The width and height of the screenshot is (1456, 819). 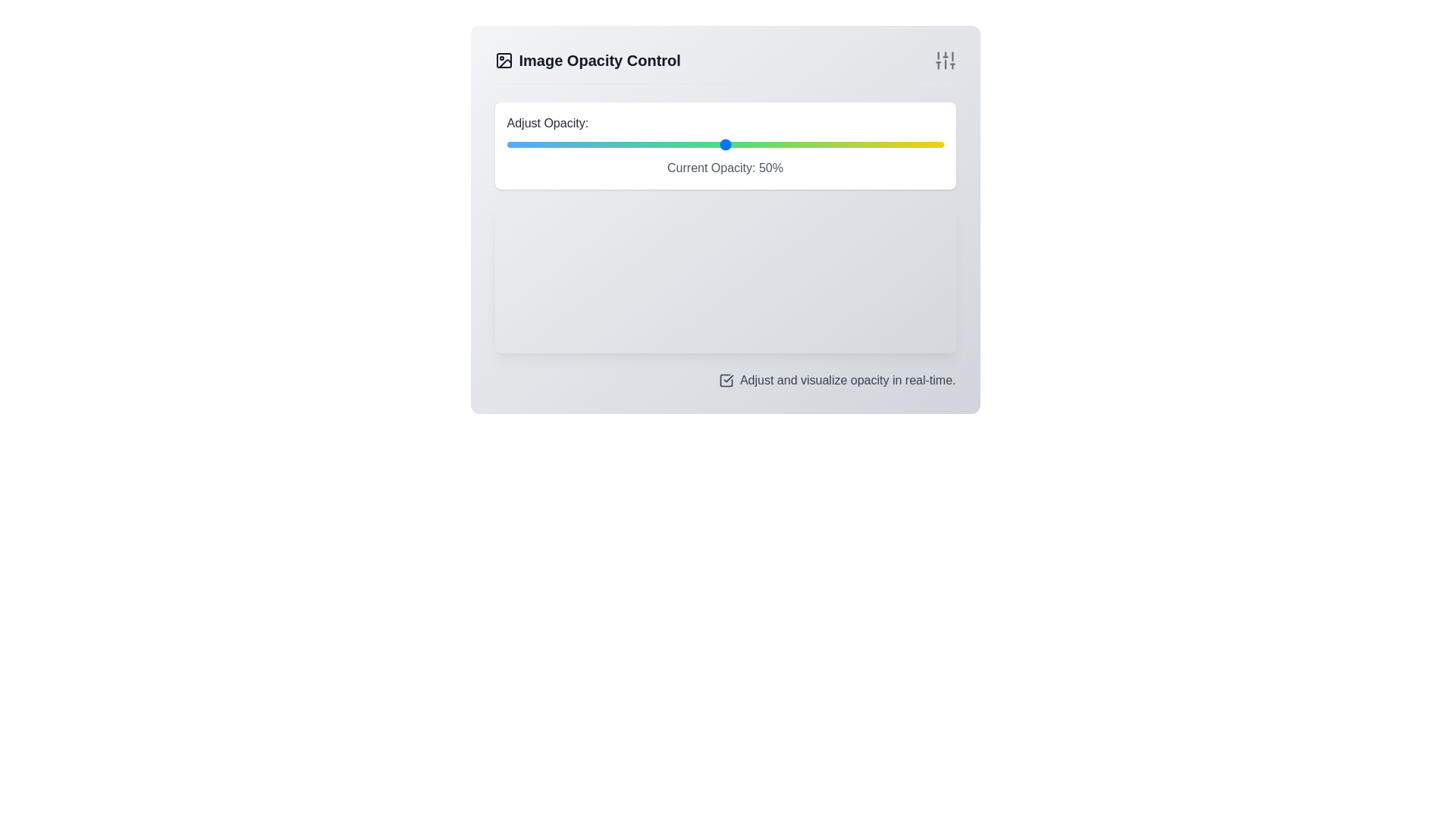 I want to click on the small rounded rectangle icon located in the top-left section of the interface, adjacent to the 'Image Opacity Control' text, to interact with it, so click(x=504, y=60).